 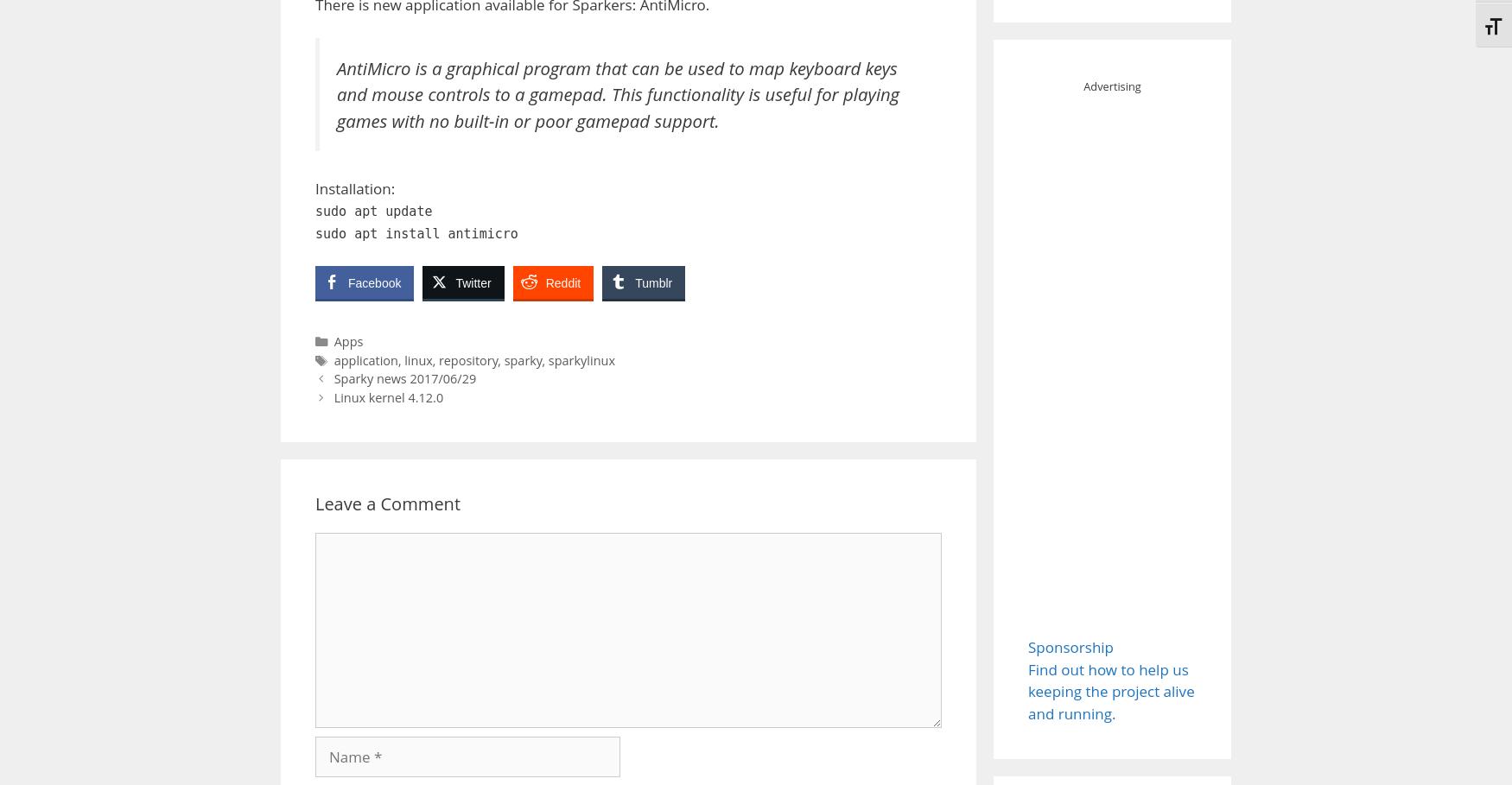 What do you see at coordinates (472, 282) in the screenshot?
I see `'Twitter'` at bounding box center [472, 282].